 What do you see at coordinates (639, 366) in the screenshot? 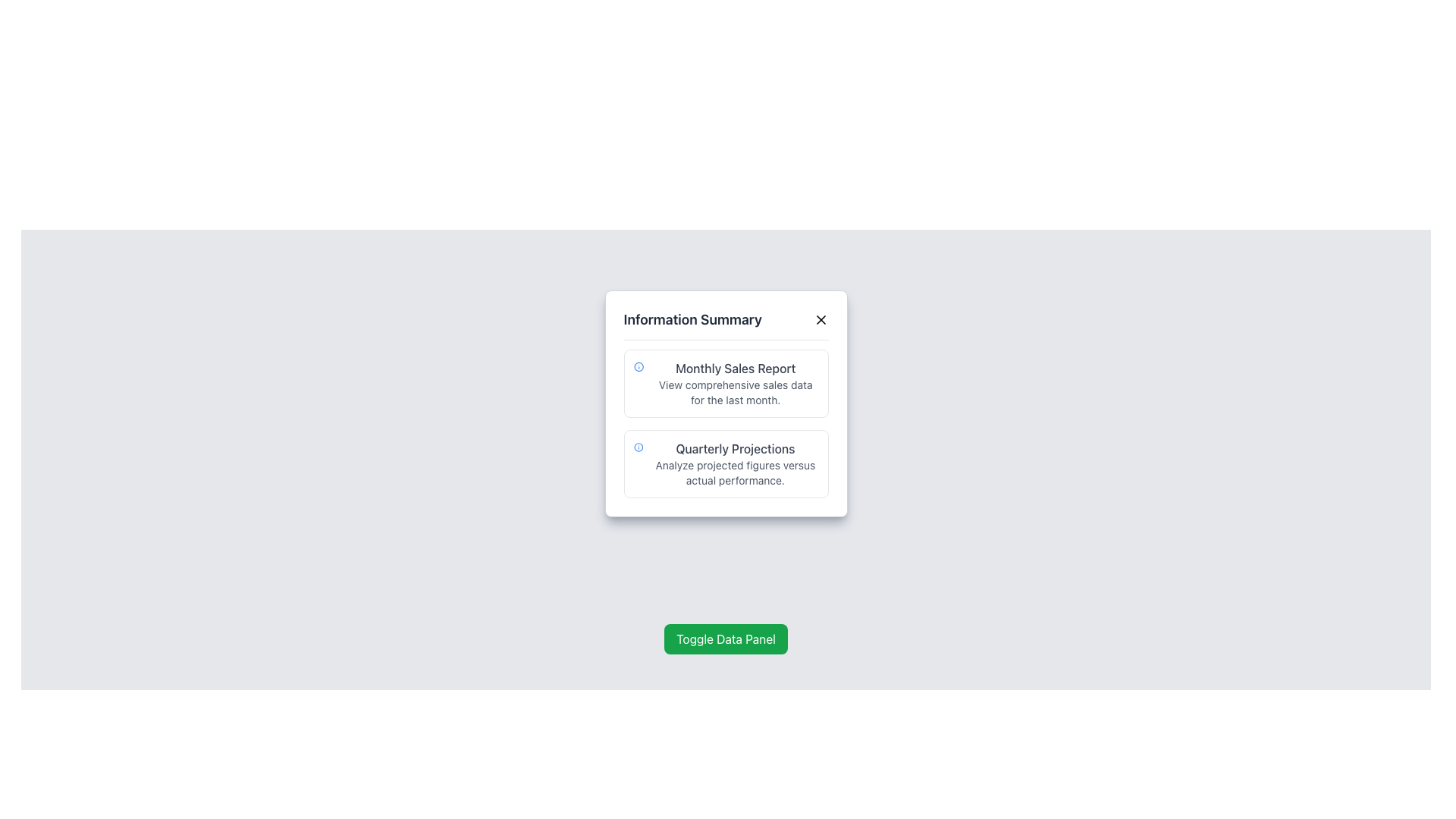
I see `the informational icon located to the left of the 'Monthly Sales Report' section, which provides additional information about the report` at bounding box center [639, 366].